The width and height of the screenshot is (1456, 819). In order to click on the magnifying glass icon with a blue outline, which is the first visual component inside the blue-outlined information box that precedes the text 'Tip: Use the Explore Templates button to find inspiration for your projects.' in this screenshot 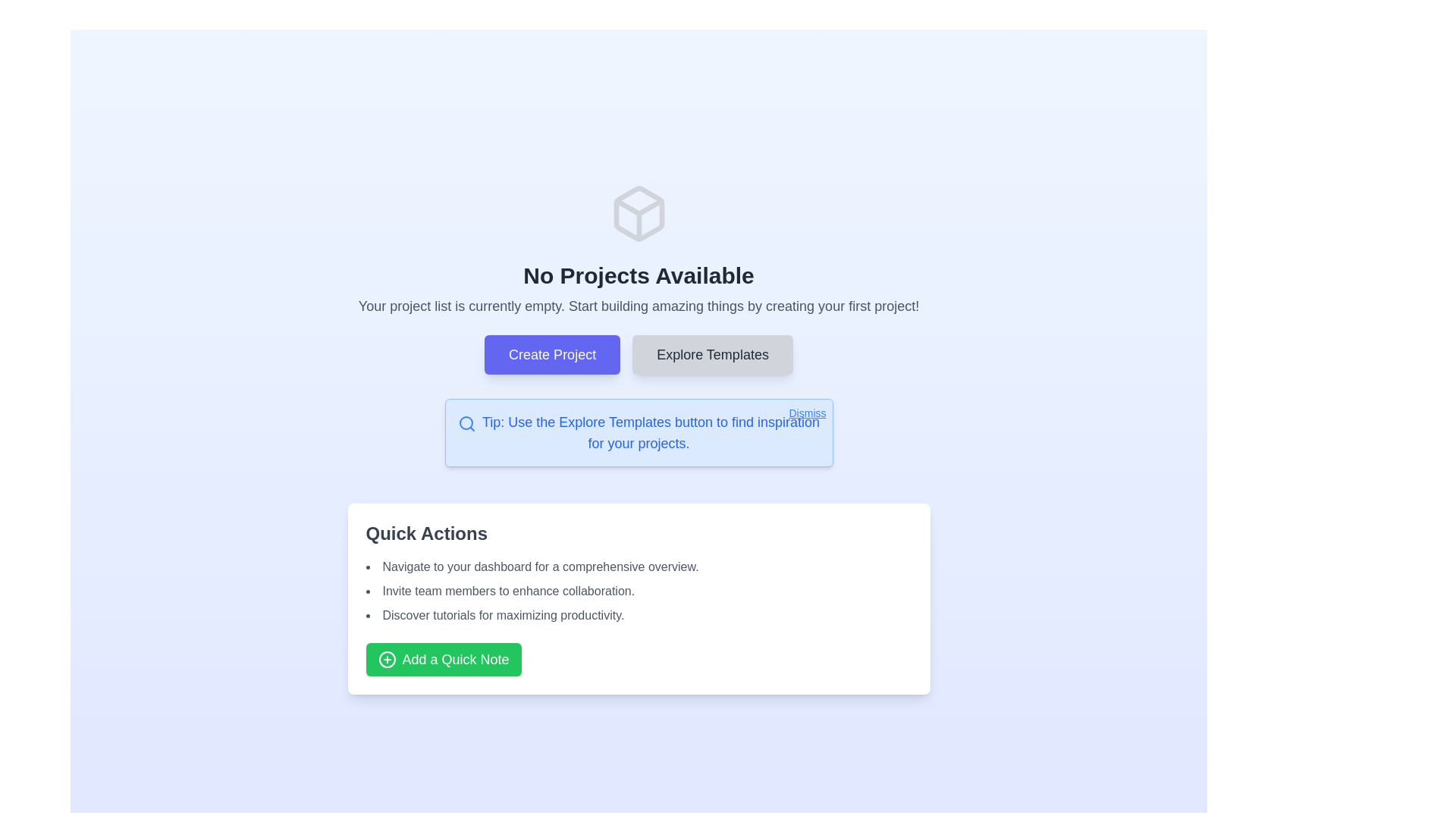, I will do `click(466, 423)`.